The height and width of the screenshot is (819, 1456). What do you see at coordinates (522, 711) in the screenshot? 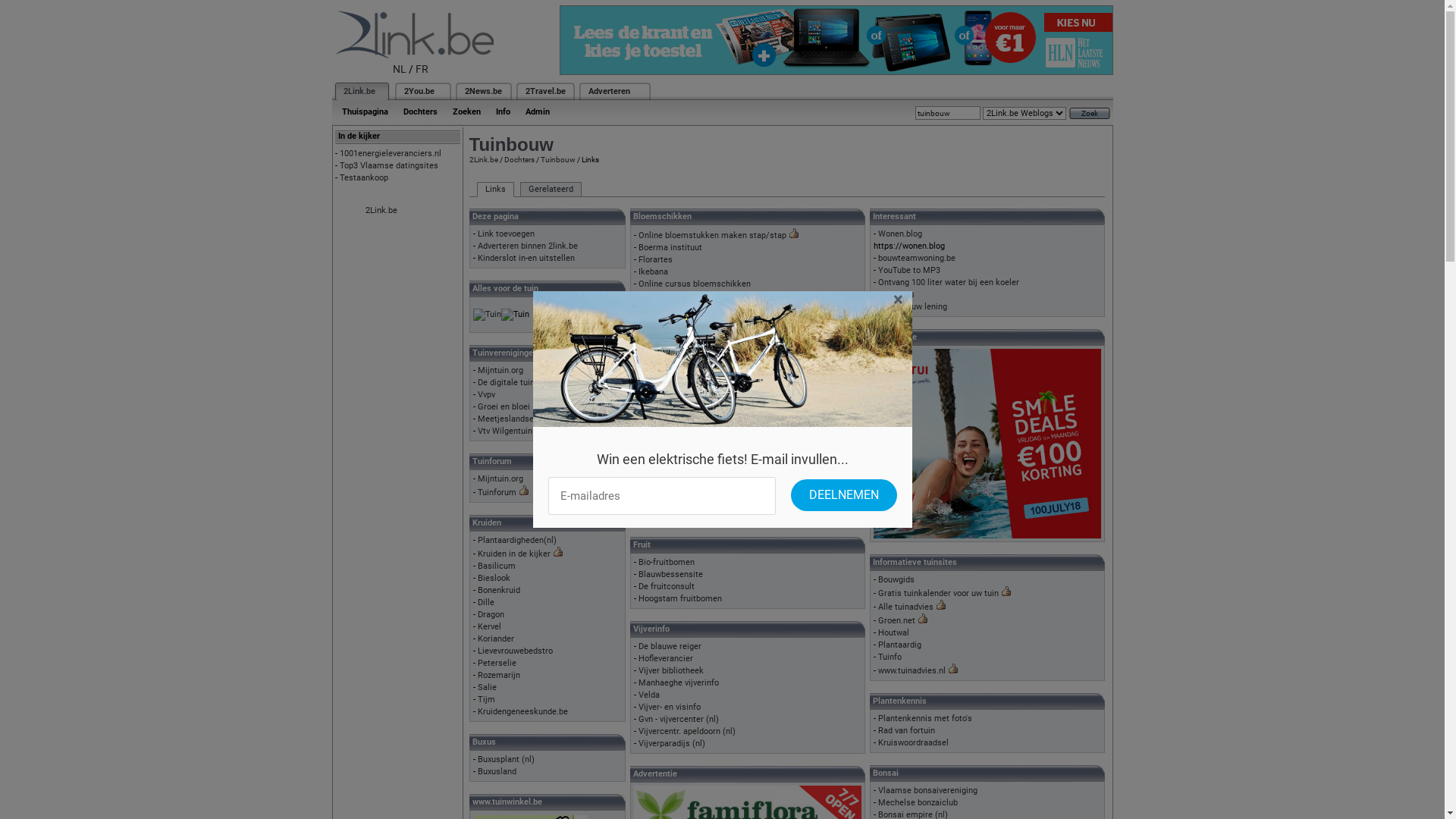
I see `'Kruidengeneeskunde.be'` at bounding box center [522, 711].